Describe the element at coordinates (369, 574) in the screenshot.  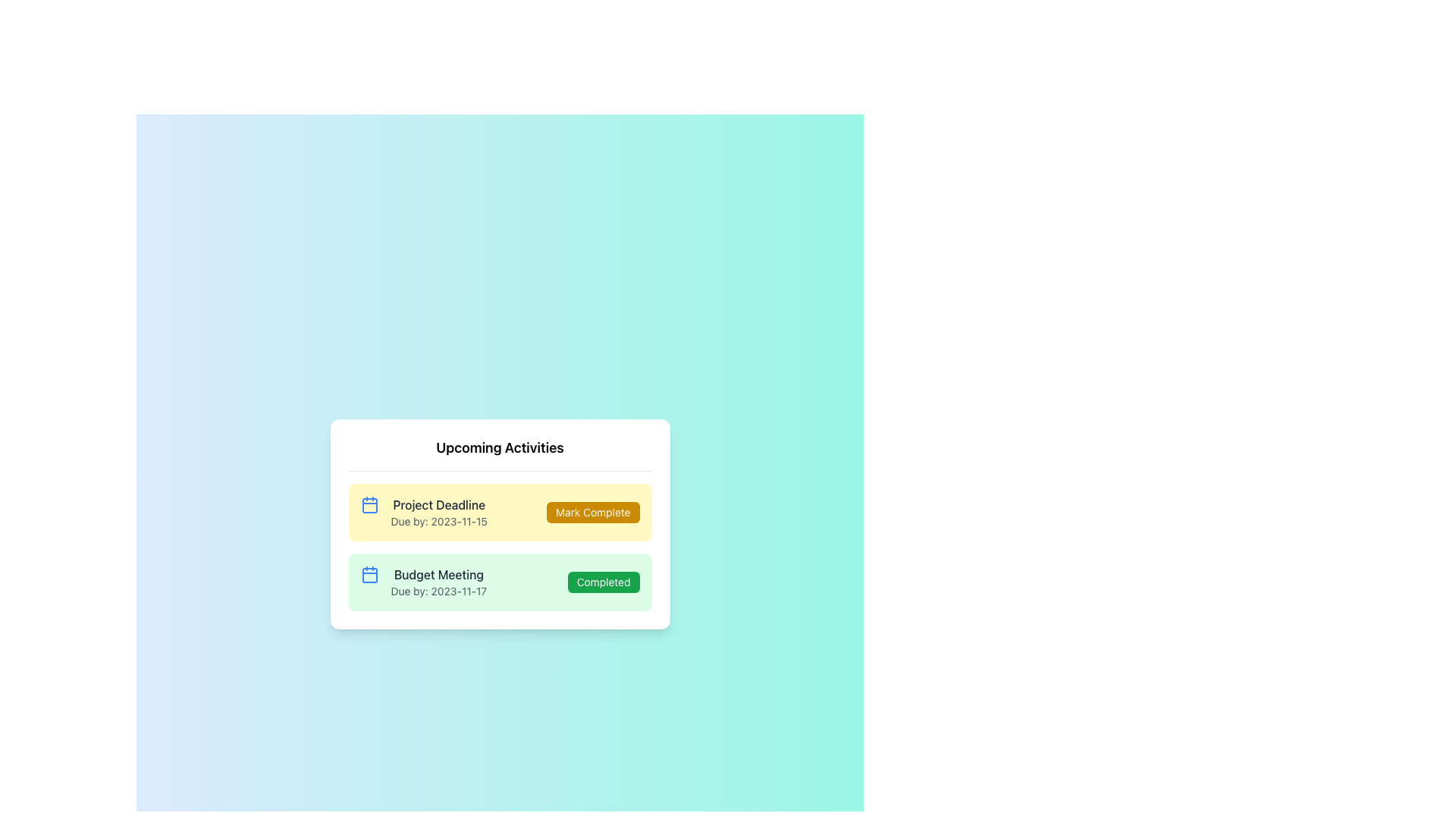
I see `the calendar icon located next to the 'Budget Meeting' text in the second row of the 'Upcoming Activities' list widget` at that location.